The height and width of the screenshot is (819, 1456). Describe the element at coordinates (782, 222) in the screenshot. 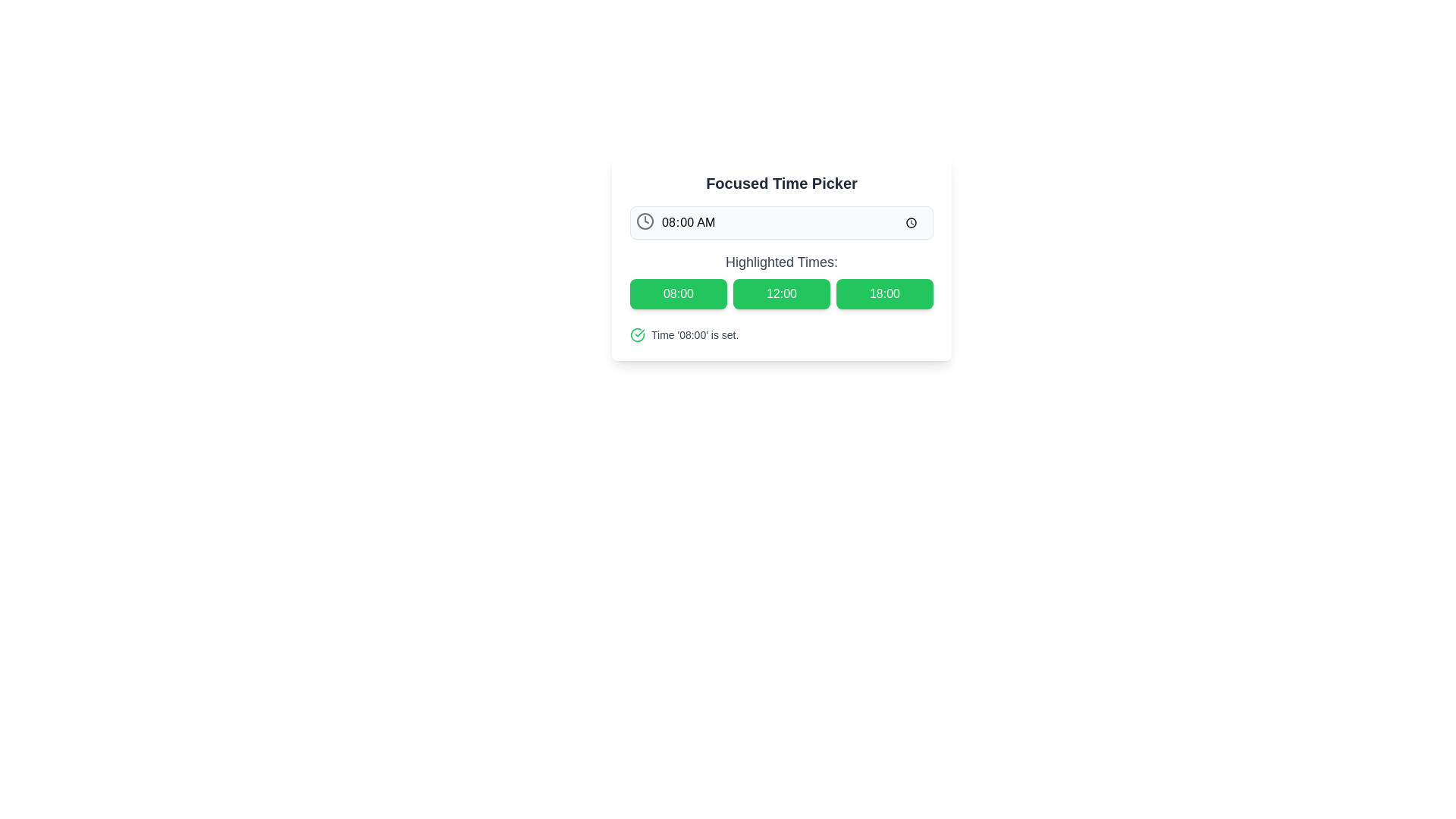

I see `the Time picker input field displaying '08:00 AM'` at that location.